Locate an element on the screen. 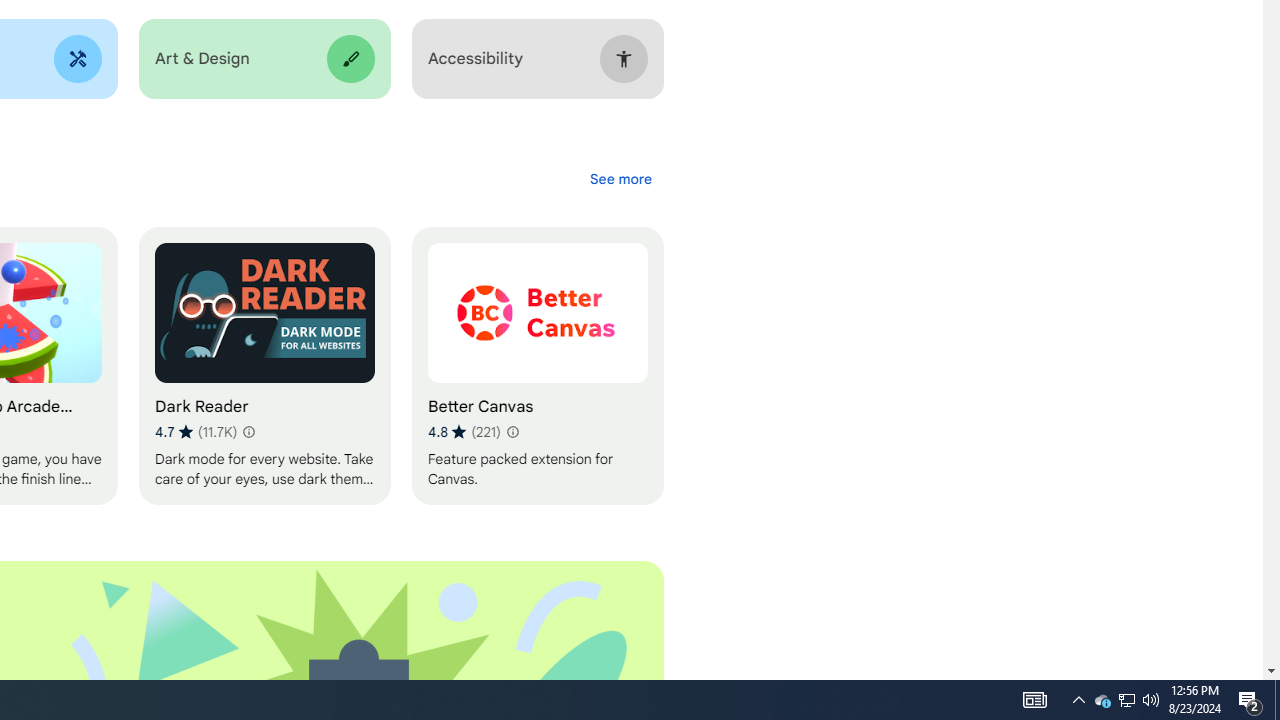 Image resolution: width=1280 pixels, height=720 pixels. 'Average rating 4.8 out of 5 stars. 221 ratings.' is located at coordinates (512, 431).